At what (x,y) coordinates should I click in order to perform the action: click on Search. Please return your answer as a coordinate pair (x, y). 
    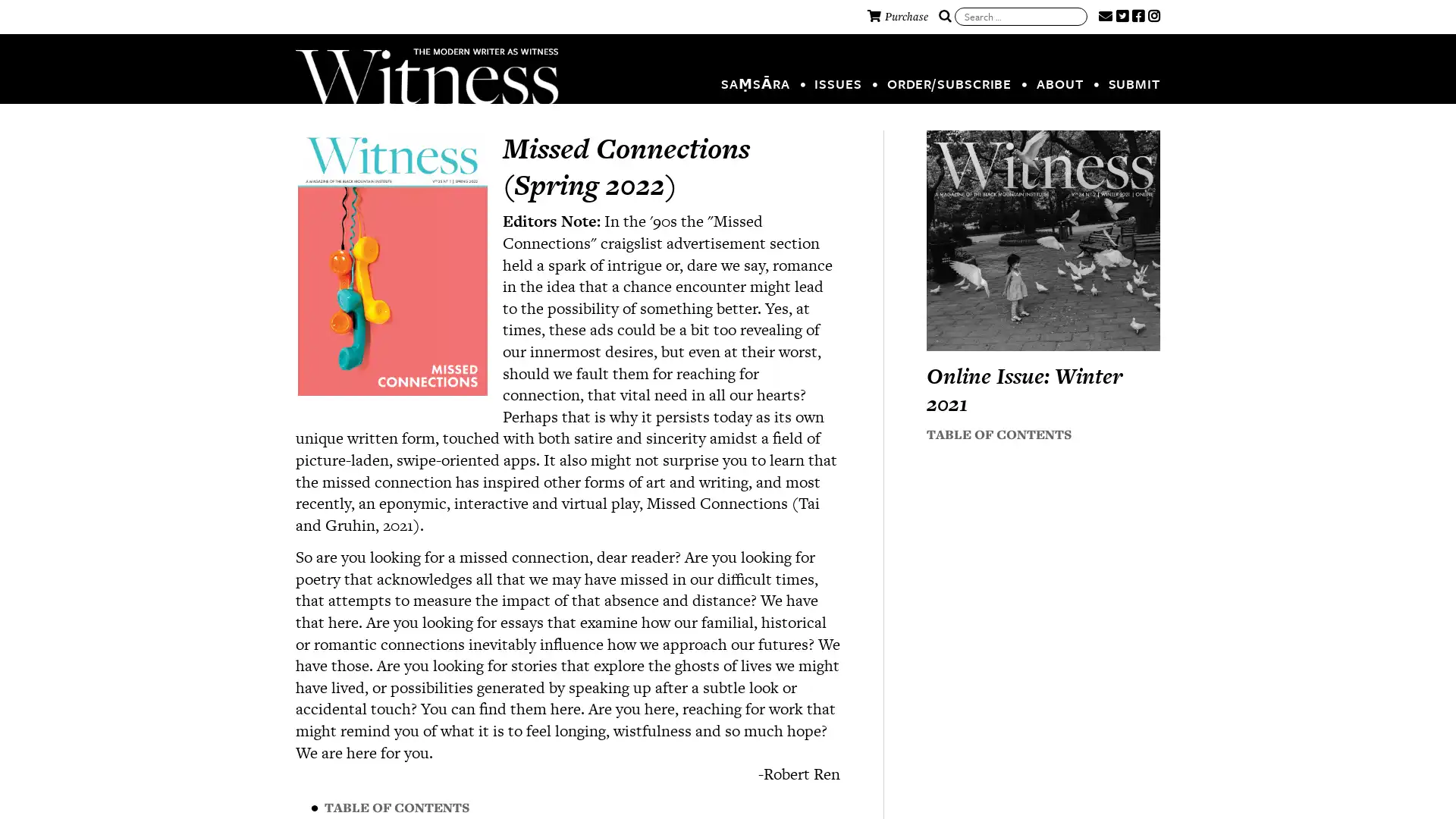
    Looking at the image, I should click on (944, 17).